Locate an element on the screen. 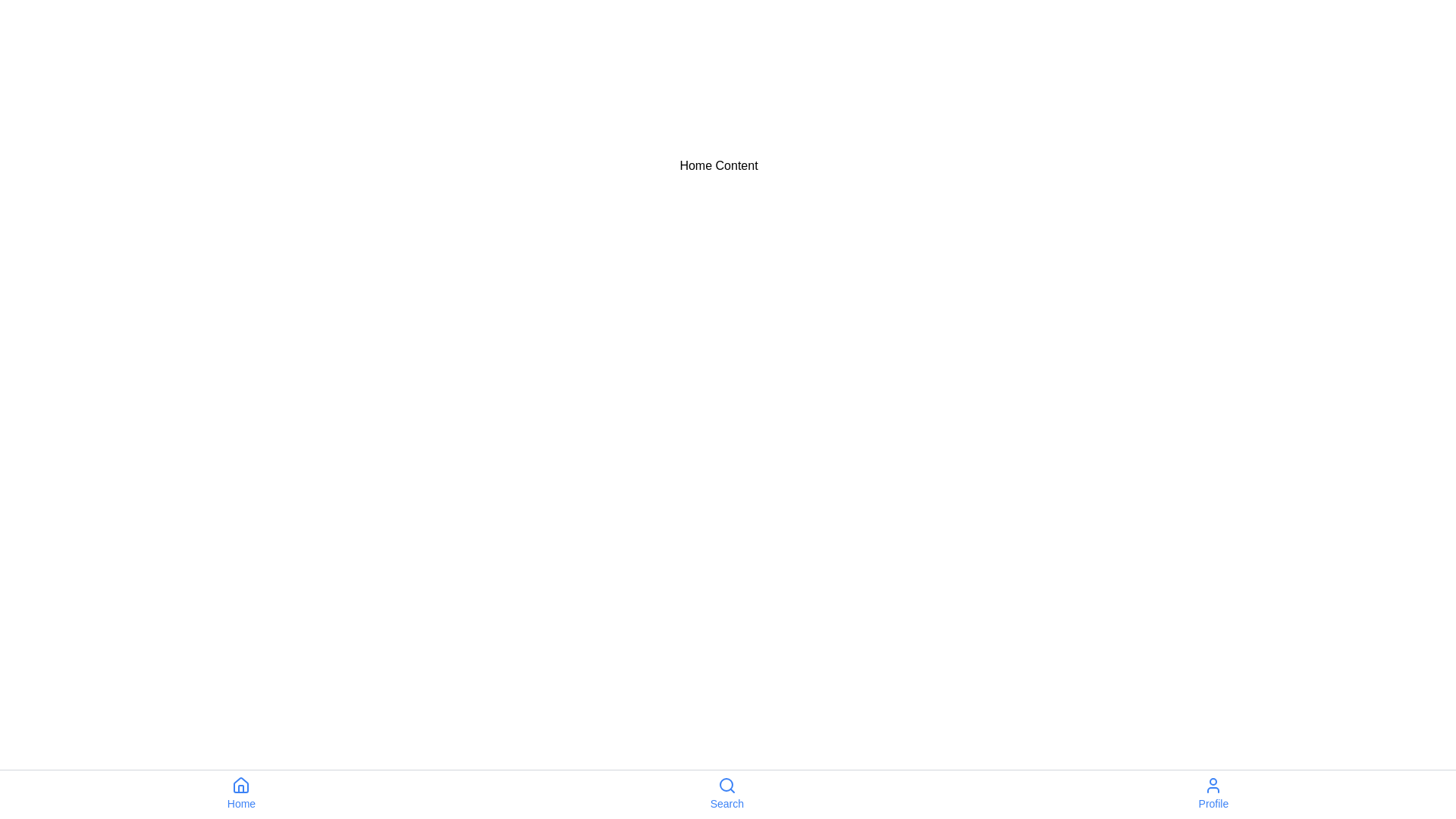 This screenshot has height=819, width=1456. the text label for the profile section located at the bottom center of the interface, directly below the user profile icon is located at coordinates (1213, 803).